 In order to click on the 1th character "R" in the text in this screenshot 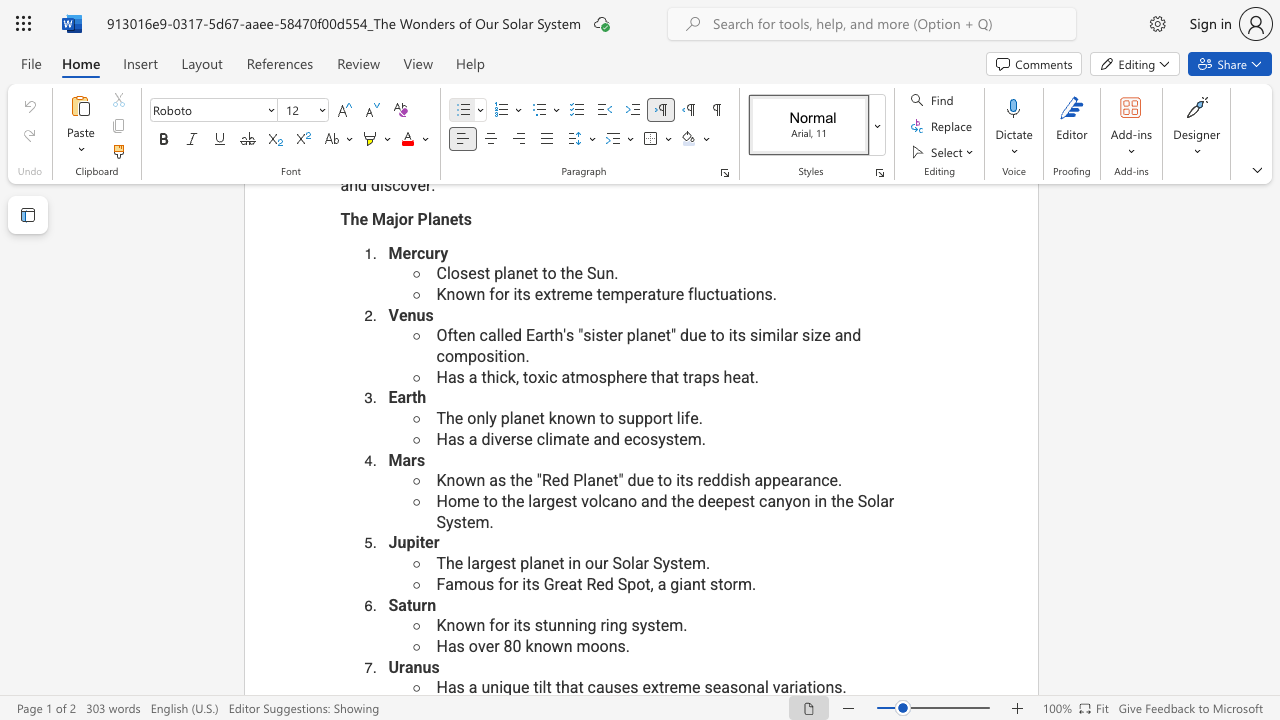, I will do `click(590, 584)`.